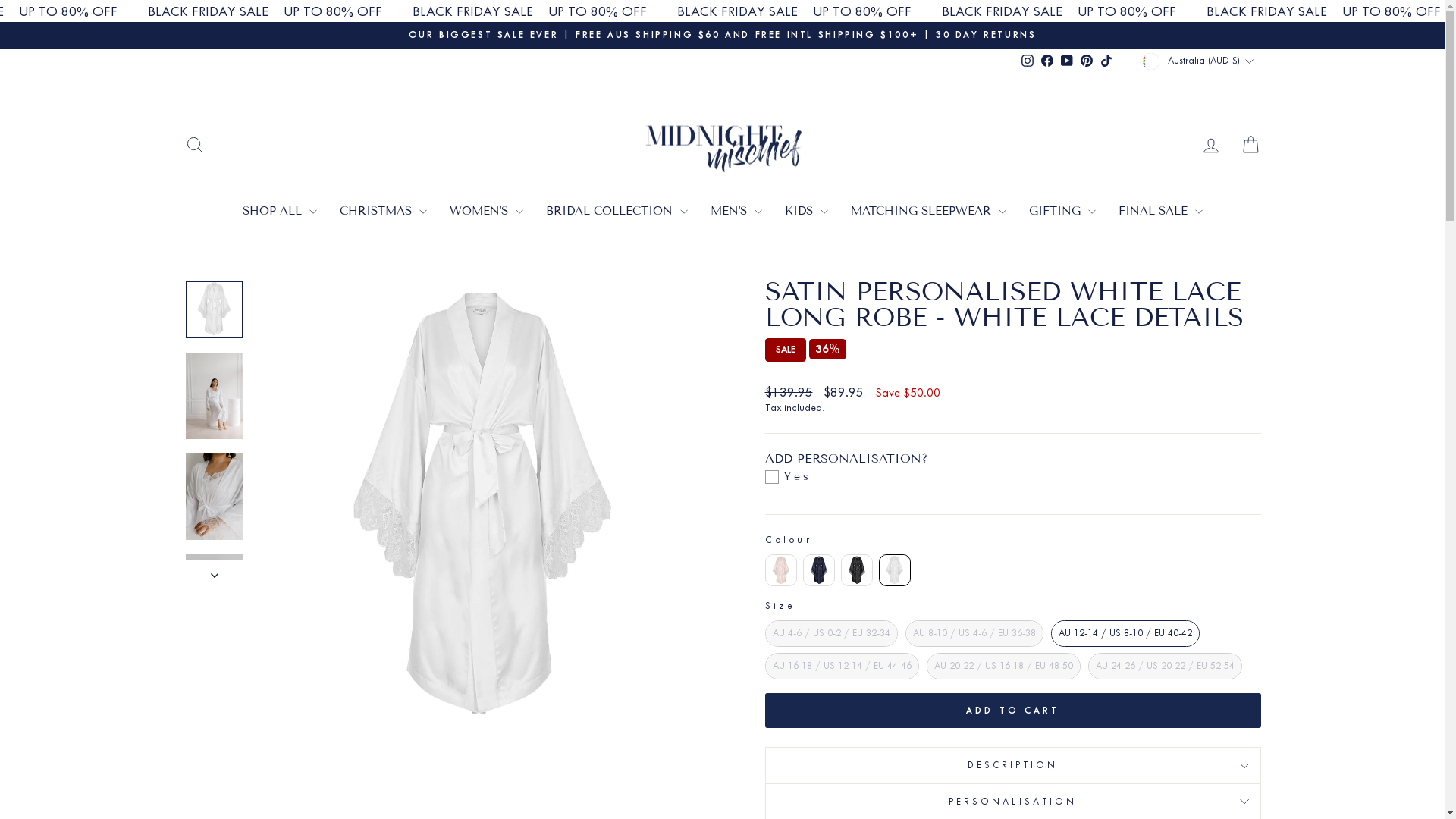 The height and width of the screenshot is (819, 1456). Describe the element at coordinates (1018, 61) in the screenshot. I see `'instagram` at that location.